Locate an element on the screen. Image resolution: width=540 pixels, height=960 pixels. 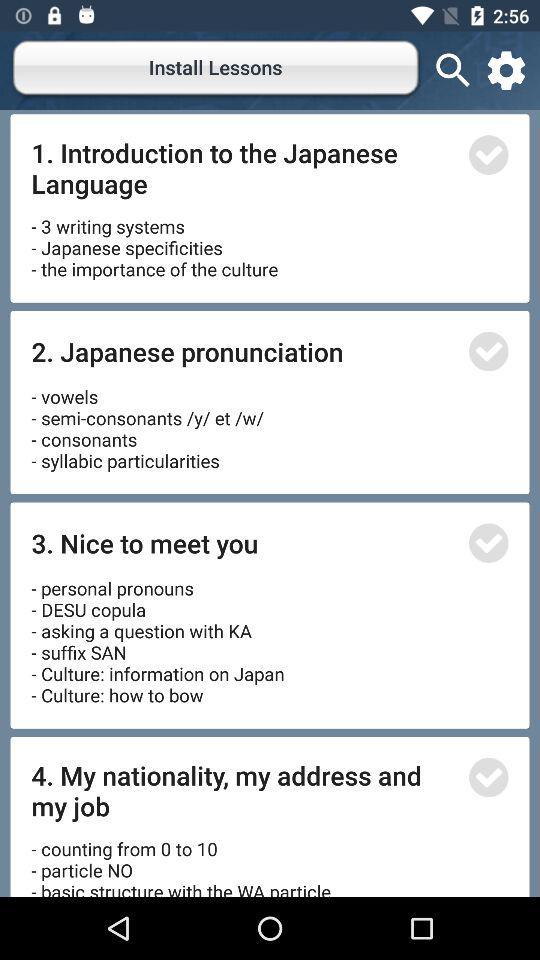
item above the 2. japanese pronunciation is located at coordinates (153, 240).